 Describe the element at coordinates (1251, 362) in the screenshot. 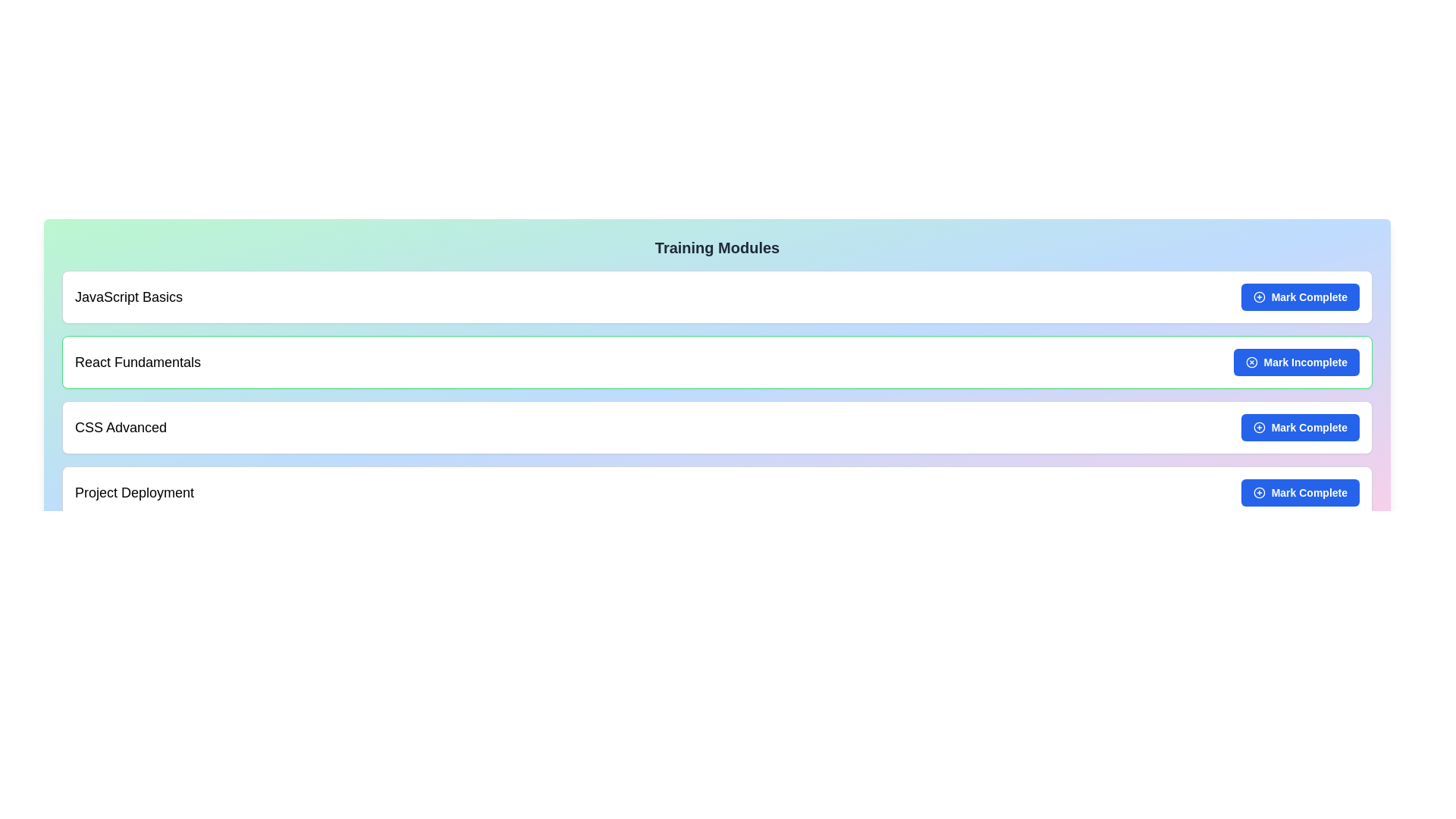

I see `the decorative 'Mark Incomplete' icon, which is an 'X' symbol located on the left side of the button's text label in the second row of training modules` at that location.